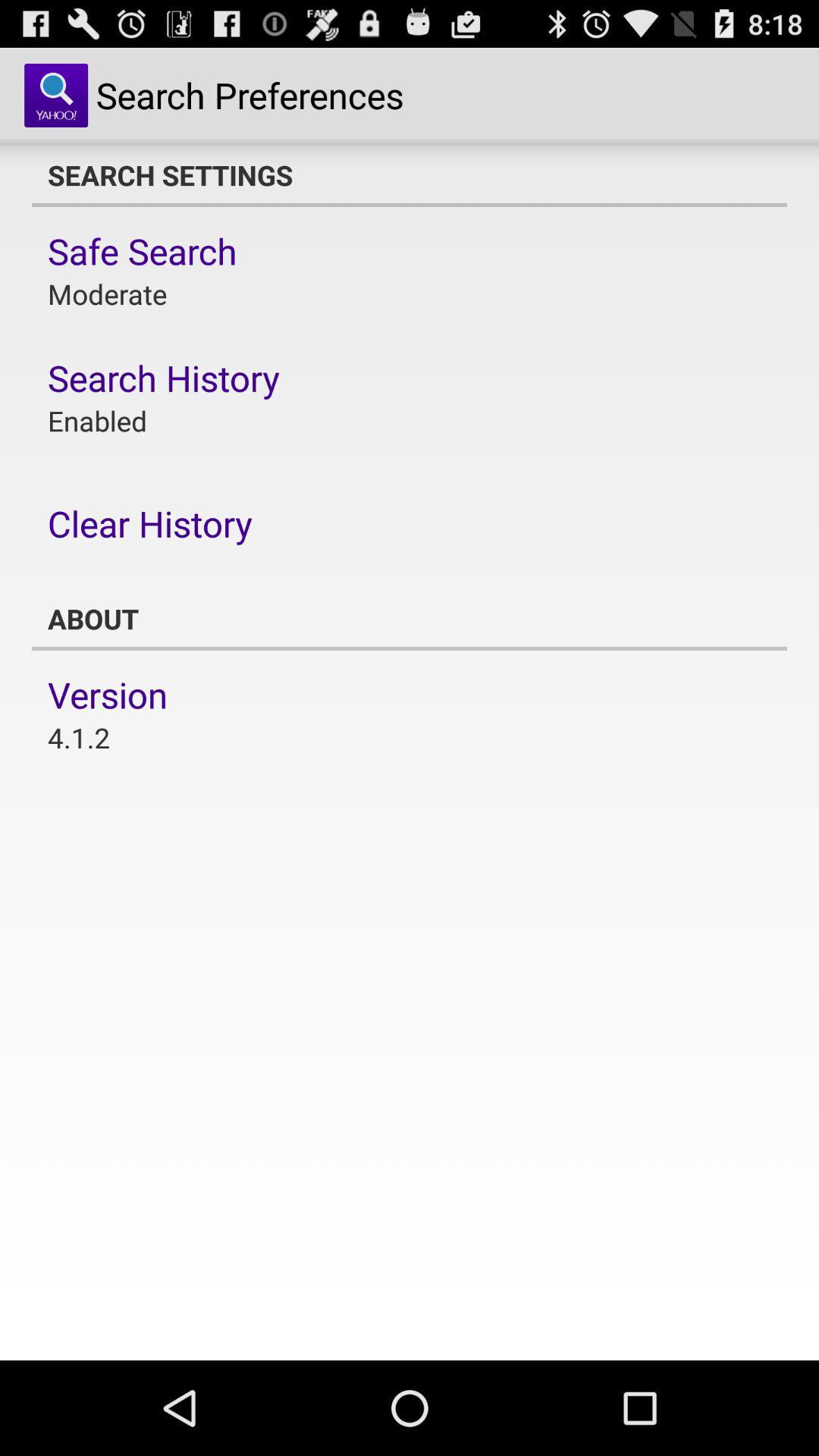 The image size is (819, 1456). Describe the element at coordinates (409, 174) in the screenshot. I see `app above the safe search` at that location.